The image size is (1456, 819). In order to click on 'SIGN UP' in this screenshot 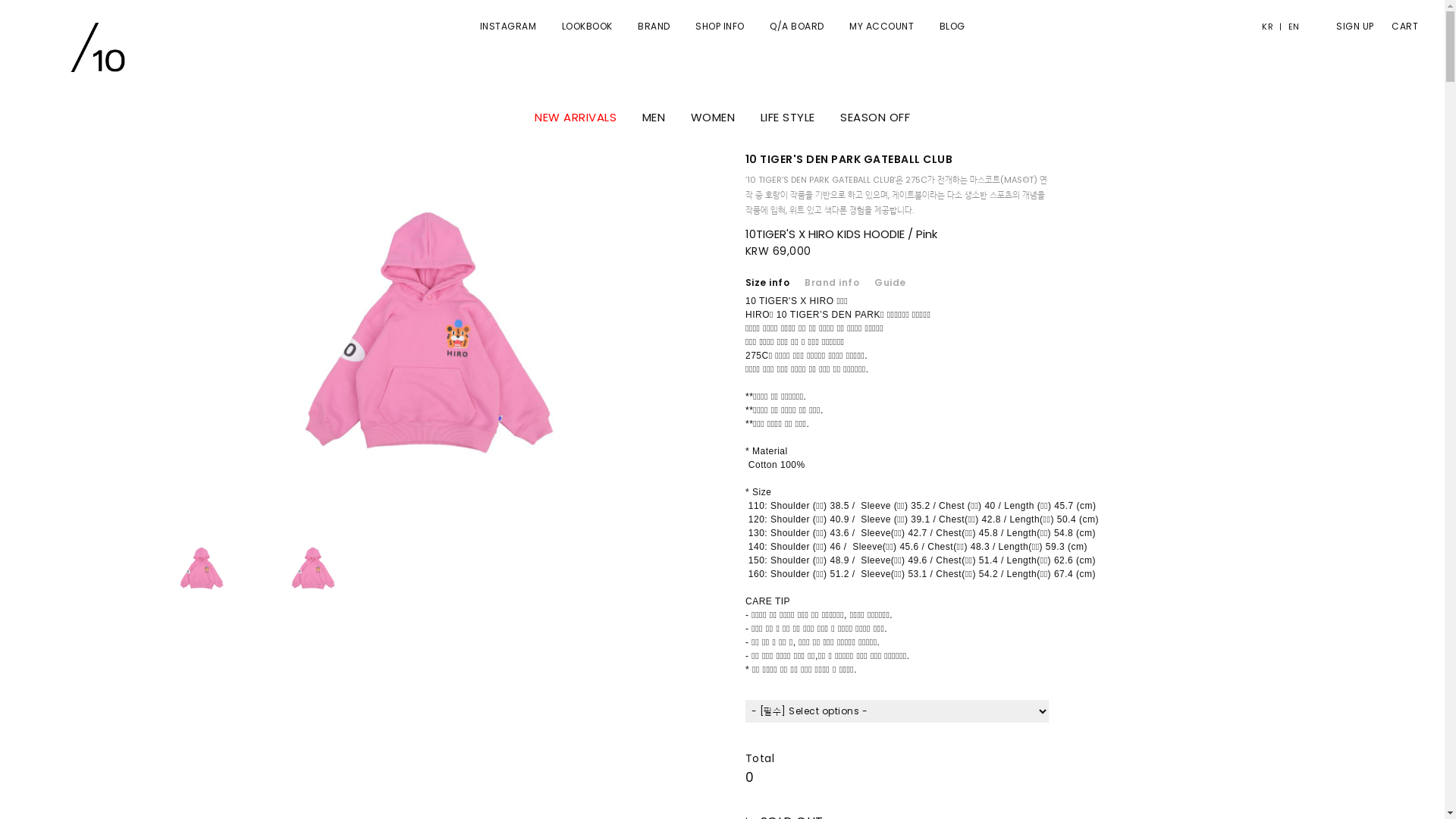, I will do `click(1320, 26)`.